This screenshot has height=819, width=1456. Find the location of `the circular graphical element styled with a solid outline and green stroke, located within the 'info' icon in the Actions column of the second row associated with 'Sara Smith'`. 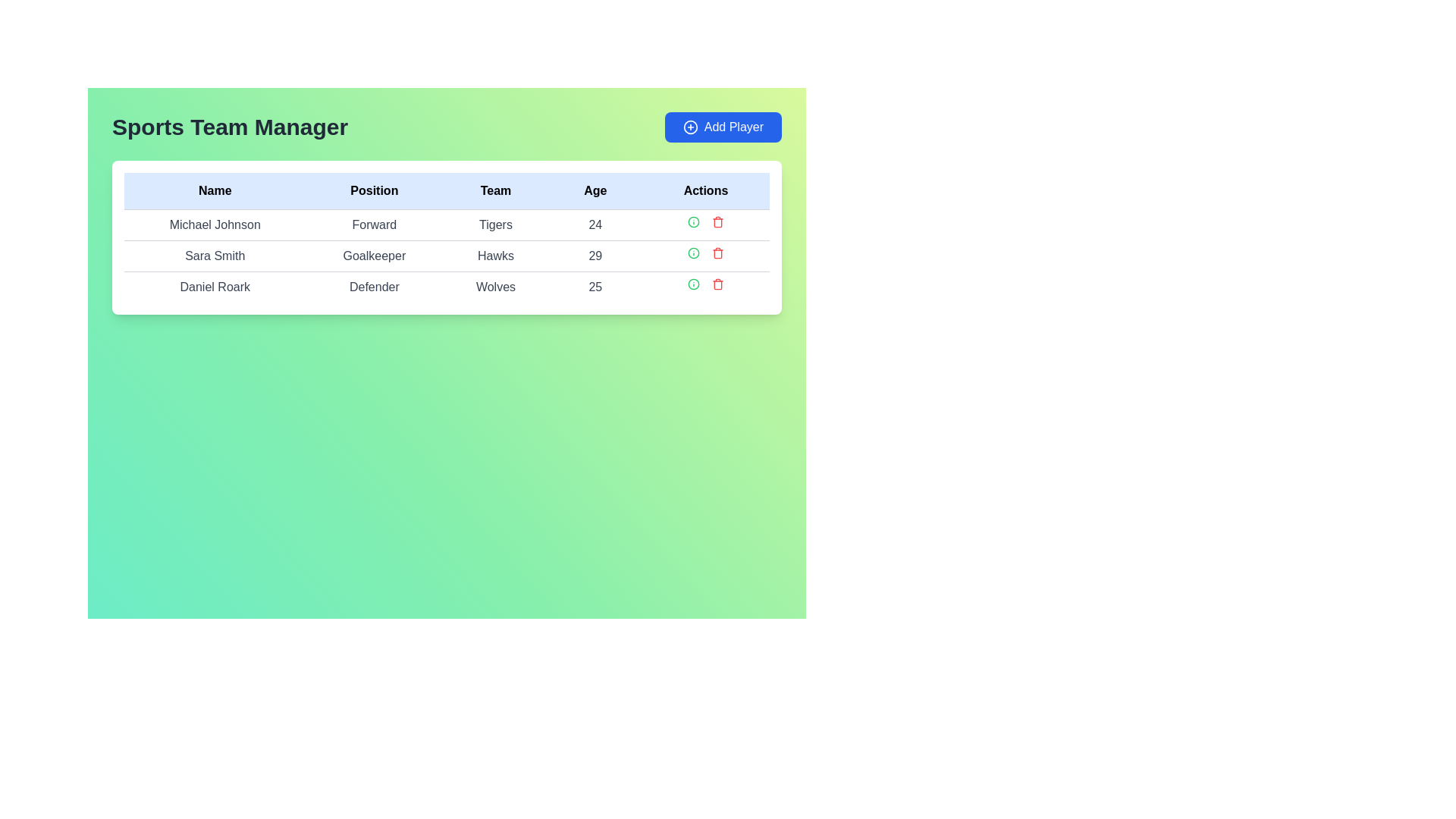

the circular graphical element styled with a solid outline and green stroke, located within the 'info' icon in the Actions column of the second row associated with 'Sara Smith' is located at coordinates (692, 222).